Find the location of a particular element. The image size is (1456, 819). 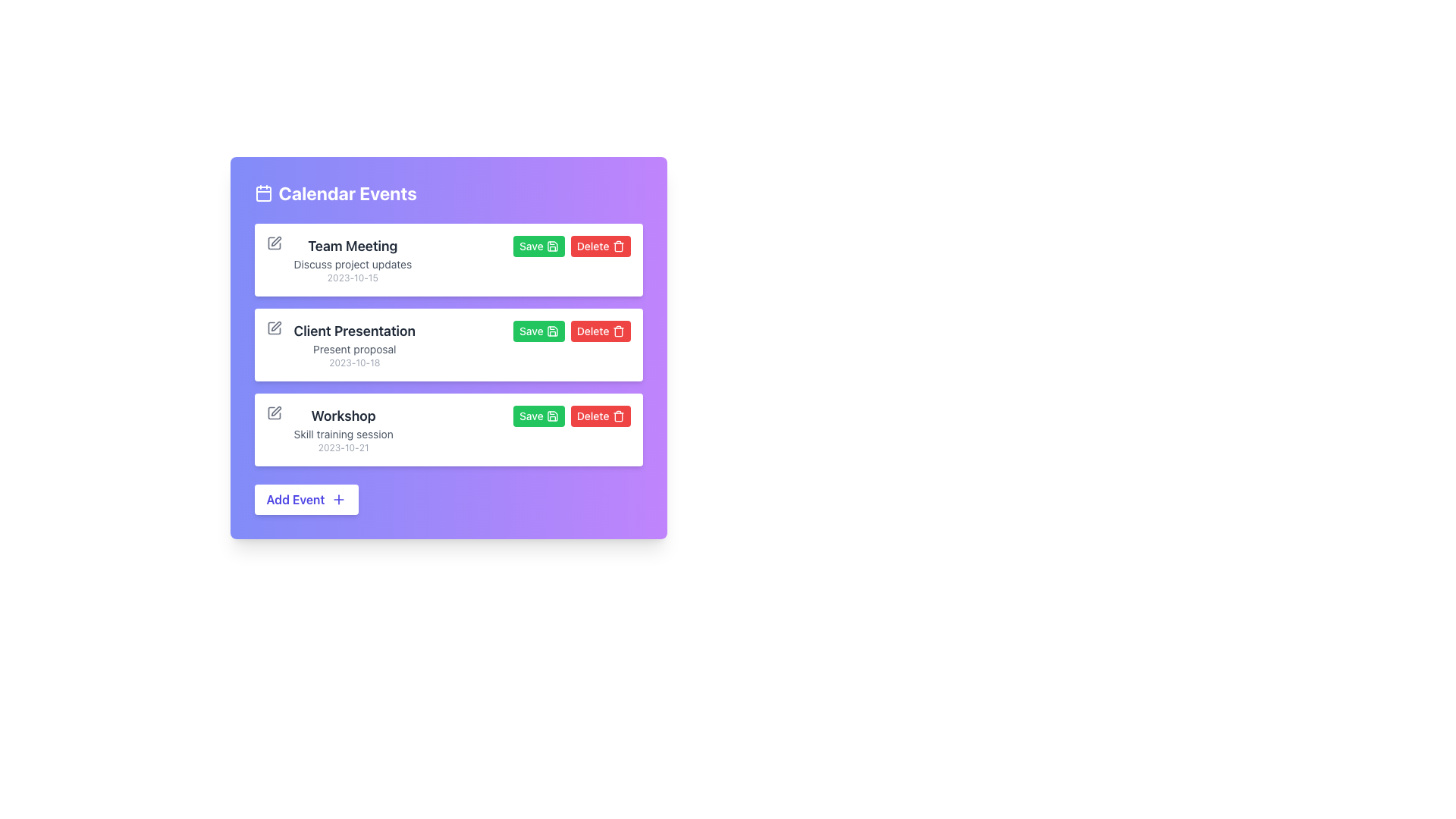

the edit icon button located at the leftmost side of the 'Workshop' event row to modify the event details is located at coordinates (274, 413).